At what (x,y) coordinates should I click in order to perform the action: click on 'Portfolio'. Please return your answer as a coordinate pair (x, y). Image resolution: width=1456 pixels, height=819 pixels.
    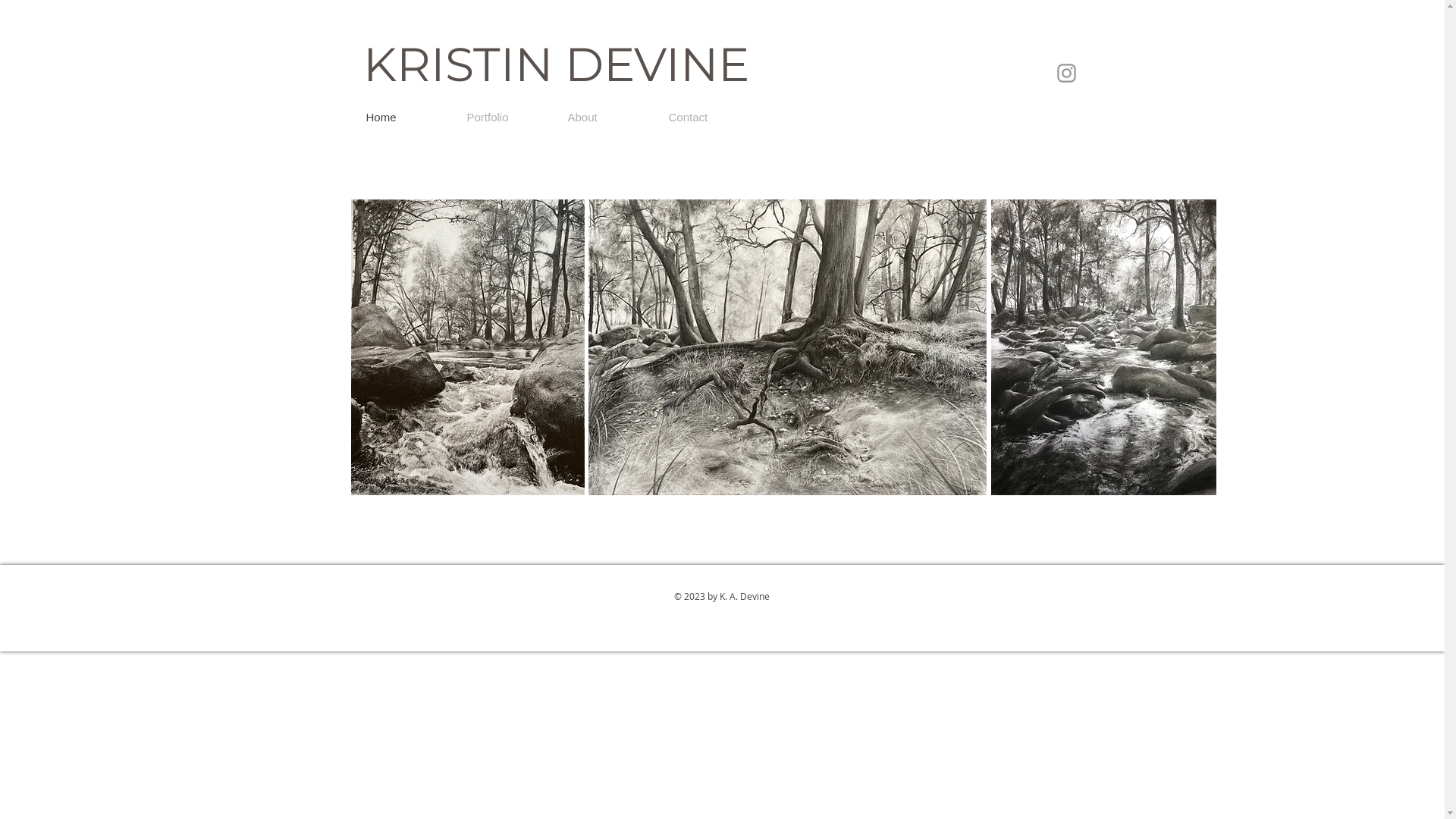
    Looking at the image, I should click on (505, 116).